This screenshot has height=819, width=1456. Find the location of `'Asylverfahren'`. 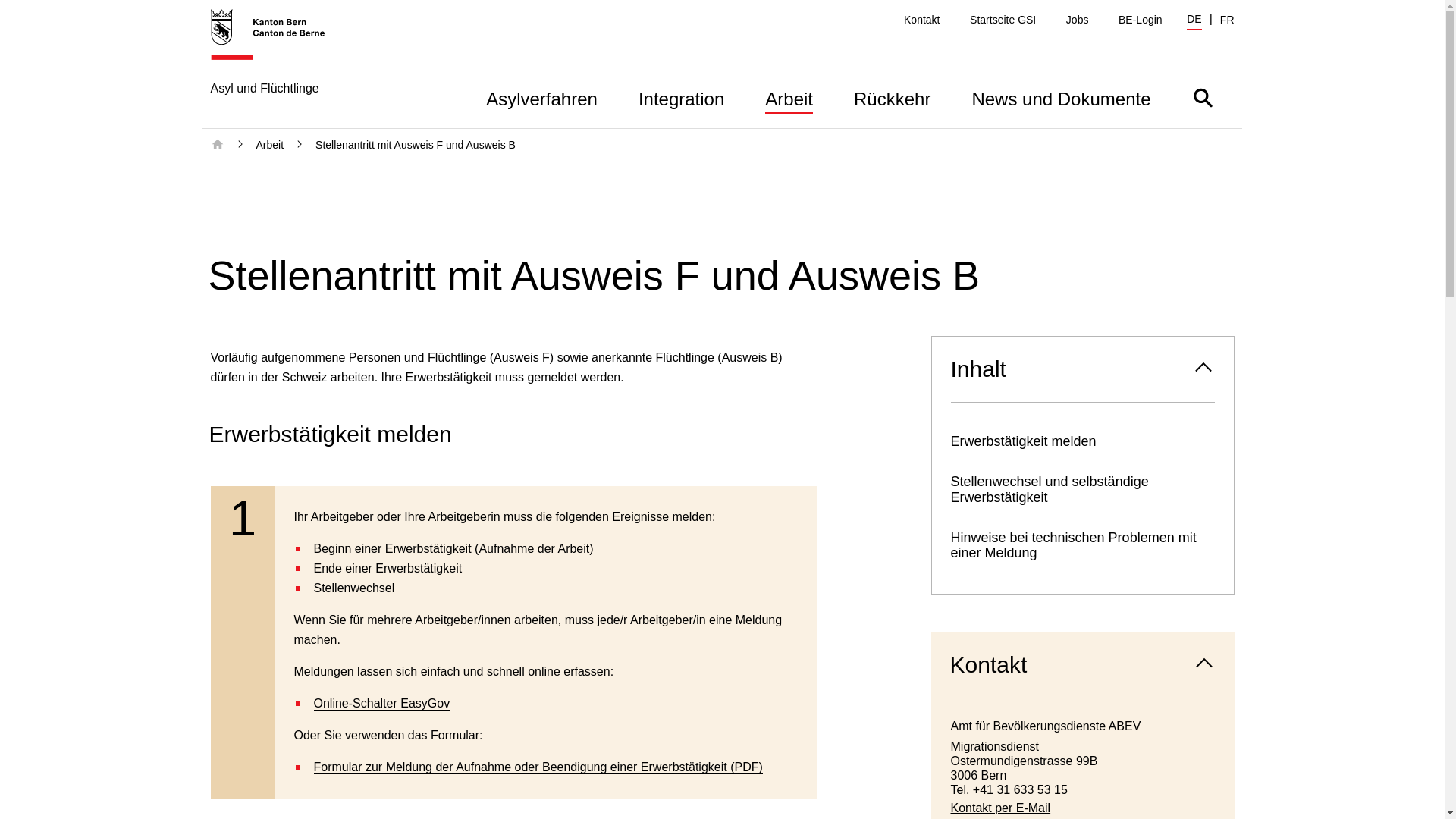

'Asylverfahren' is located at coordinates (541, 97).